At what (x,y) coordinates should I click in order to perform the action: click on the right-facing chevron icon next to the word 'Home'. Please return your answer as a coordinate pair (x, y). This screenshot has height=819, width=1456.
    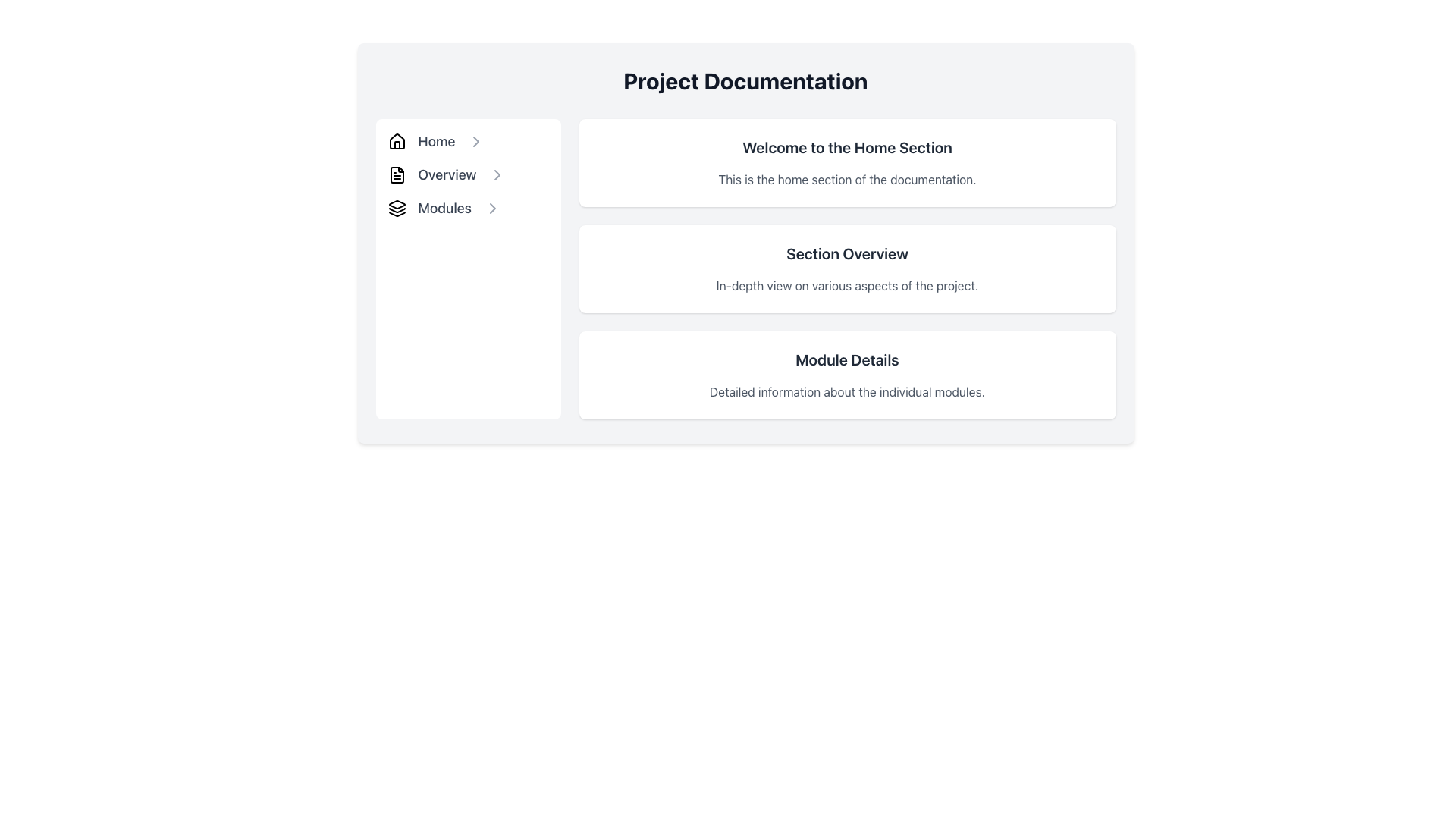
    Looking at the image, I should click on (475, 141).